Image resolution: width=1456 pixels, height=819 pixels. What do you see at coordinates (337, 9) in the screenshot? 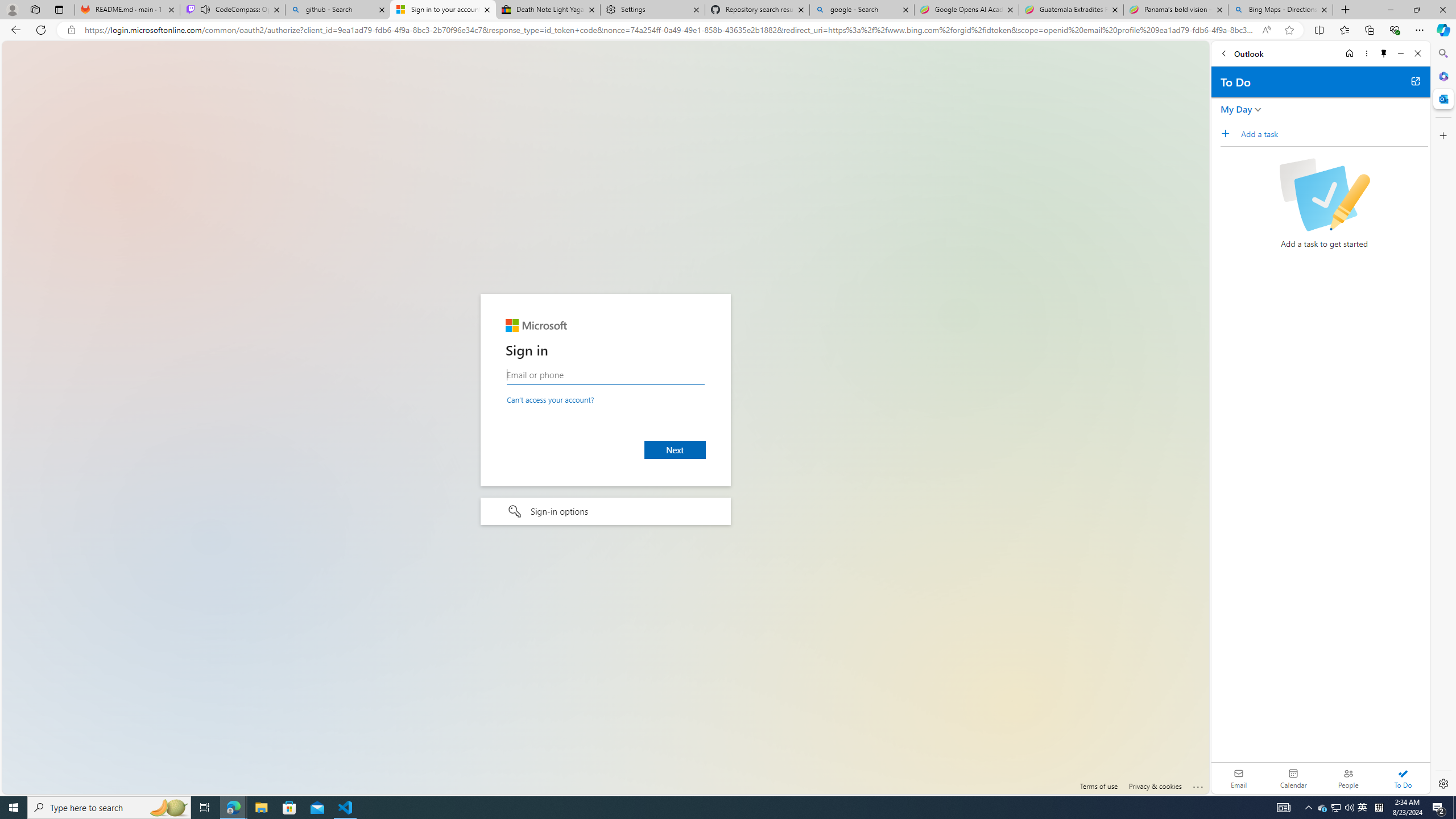
I see `'github - Search'` at bounding box center [337, 9].